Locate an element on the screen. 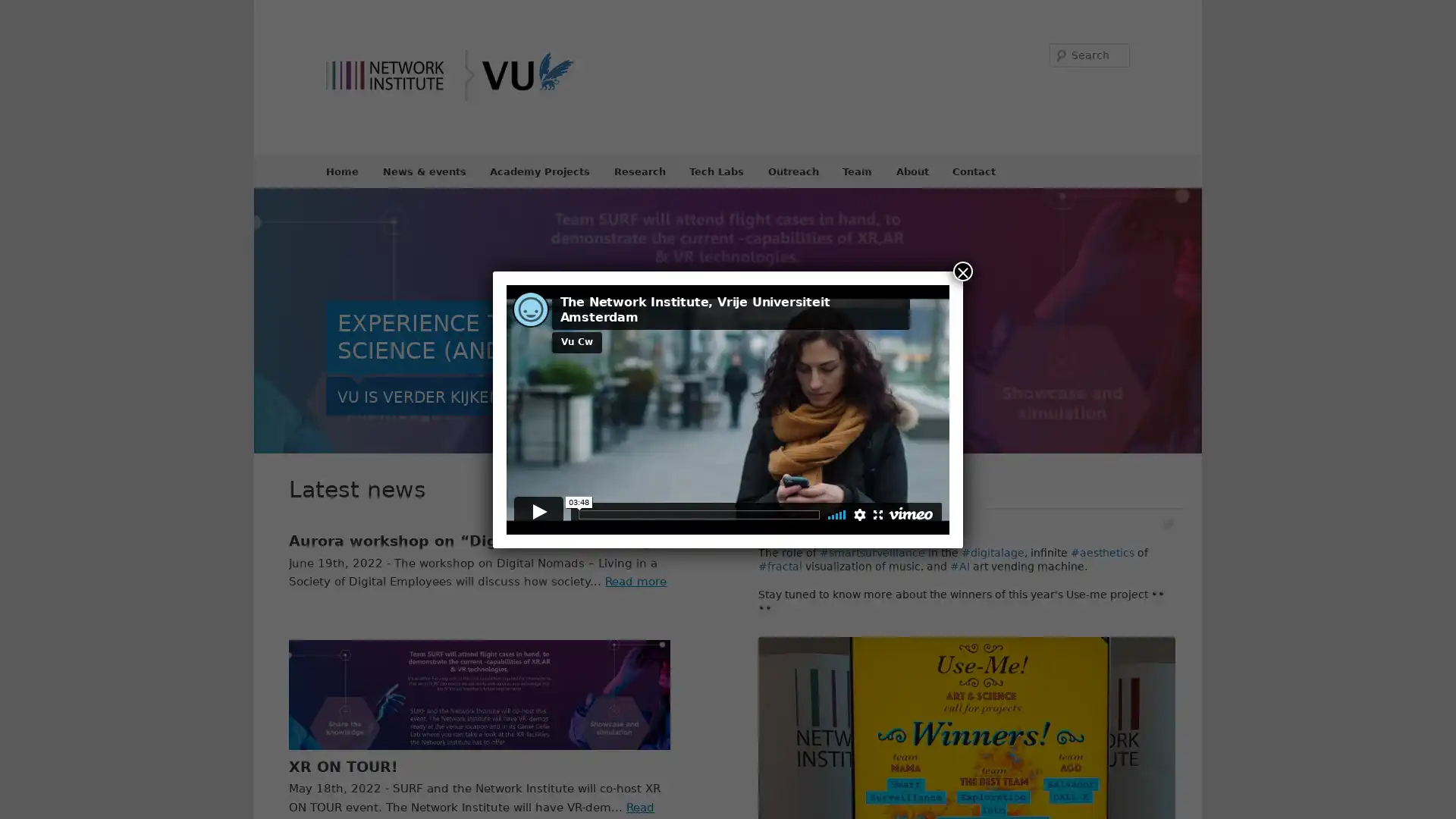 The width and height of the screenshot is (1456, 819). Close is located at coordinates (962, 270).